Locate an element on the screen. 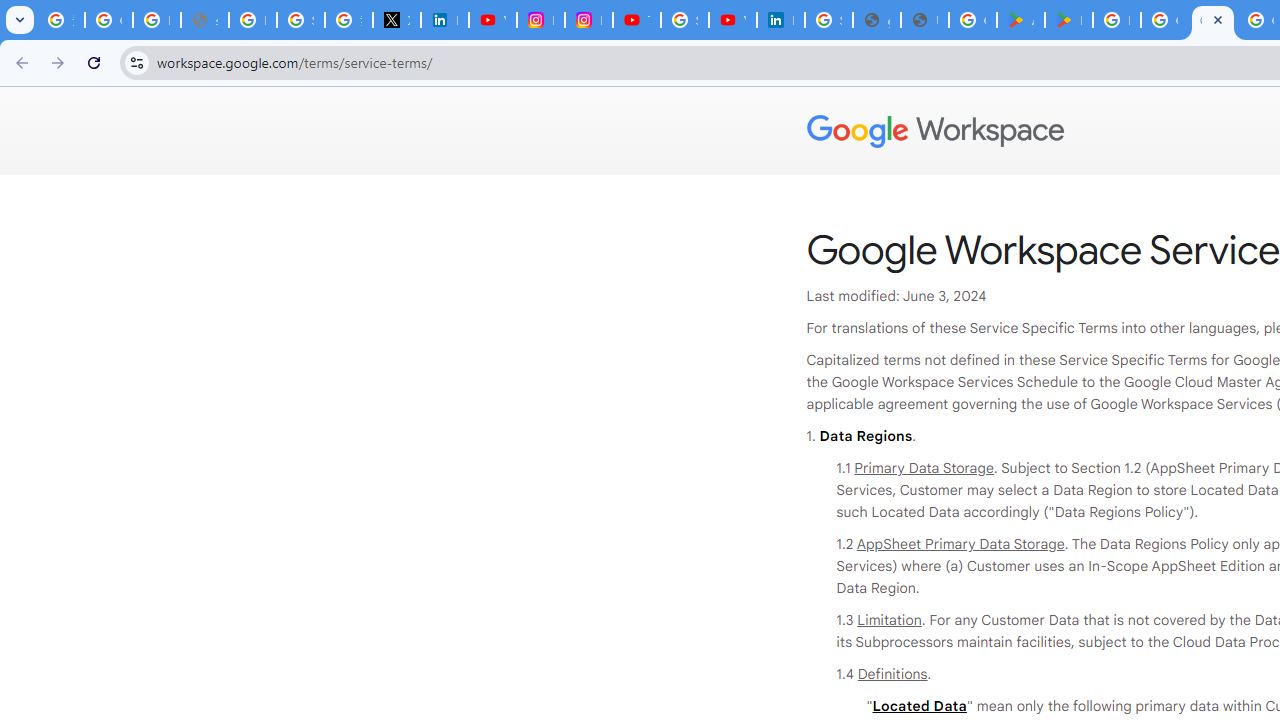 This screenshot has width=1280, height=720. 'Sign in - Google Accounts' is located at coordinates (299, 20).